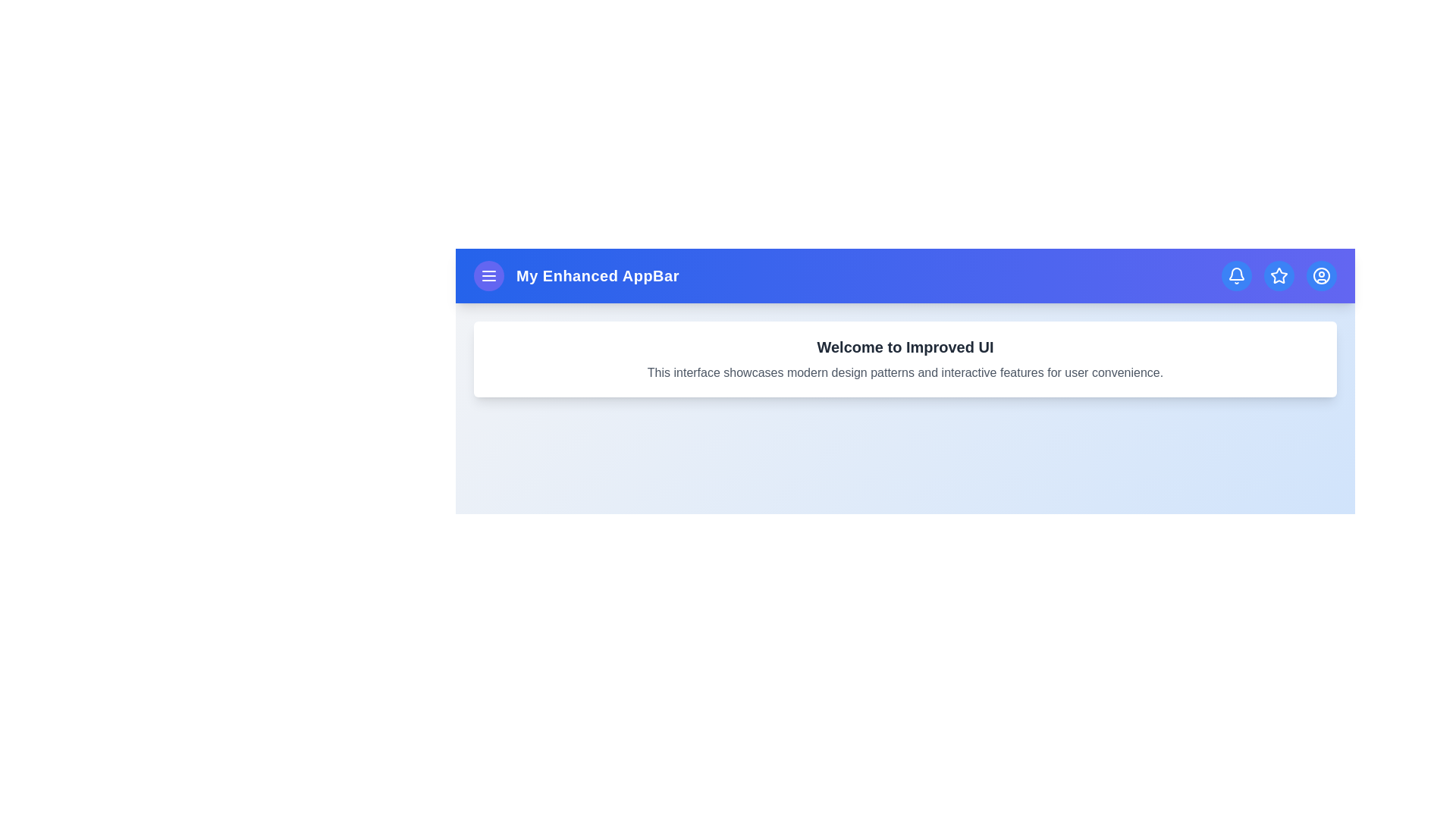 The width and height of the screenshot is (1456, 819). I want to click on the menu button to open the side menu, so click(488, 275).